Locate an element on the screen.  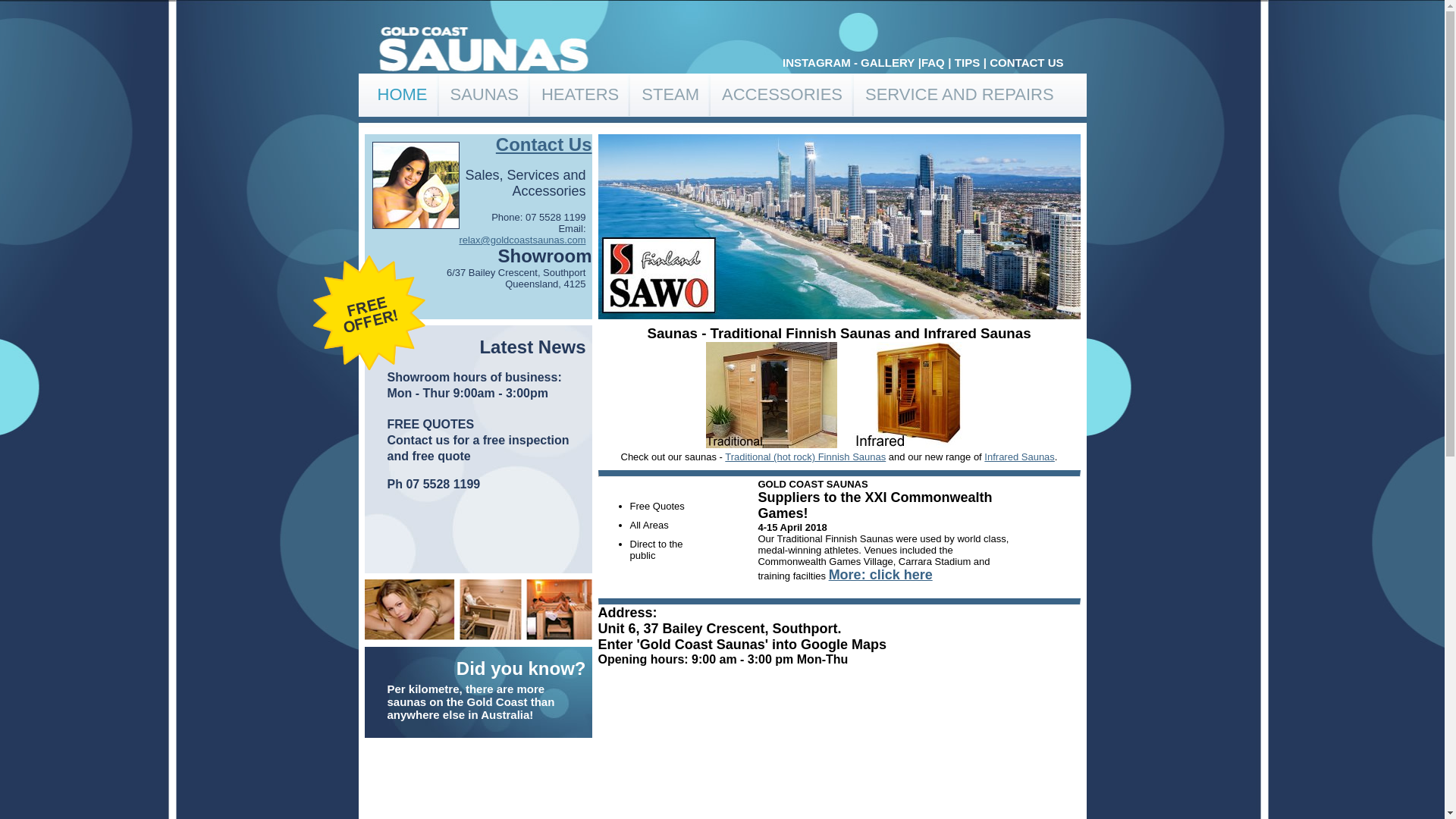
'Infrared Saunas' is located at coordinates (984, 456).